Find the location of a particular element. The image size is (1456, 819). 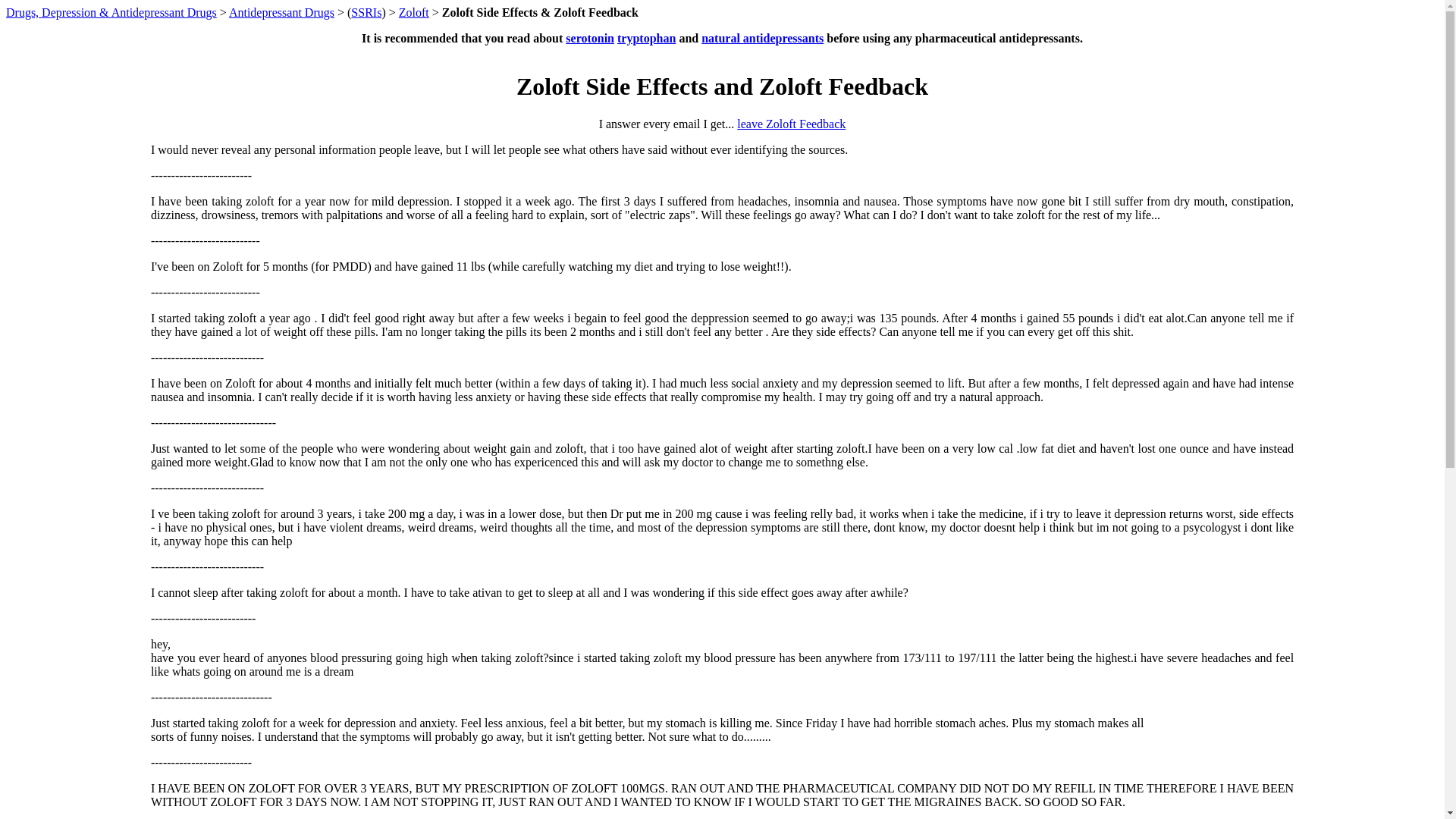

'Antidepressant Drugs' is located at coordinates (281, 12).